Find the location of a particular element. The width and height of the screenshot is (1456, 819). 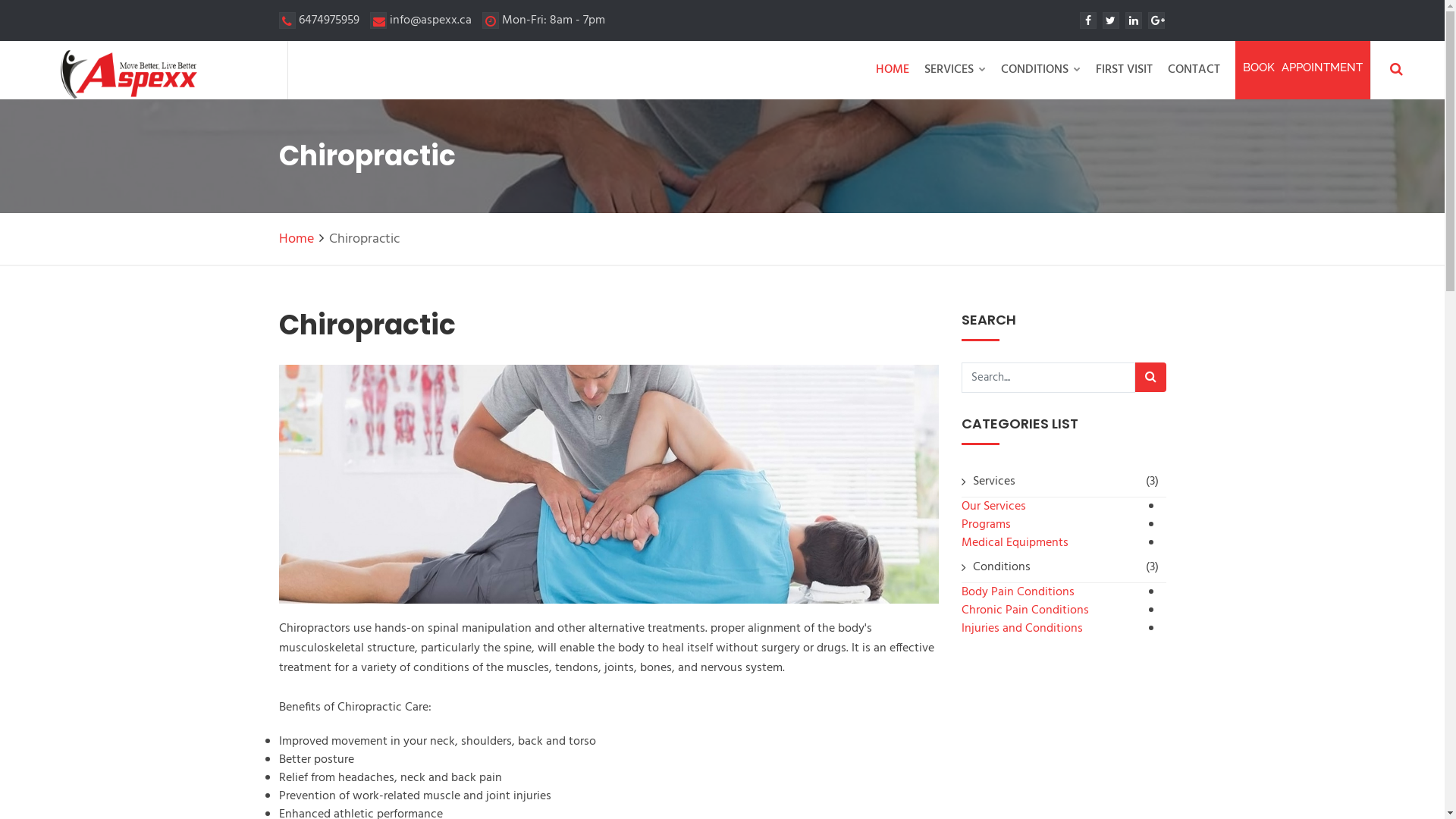

'CONTACT' is located at coordinates (1193, 70).